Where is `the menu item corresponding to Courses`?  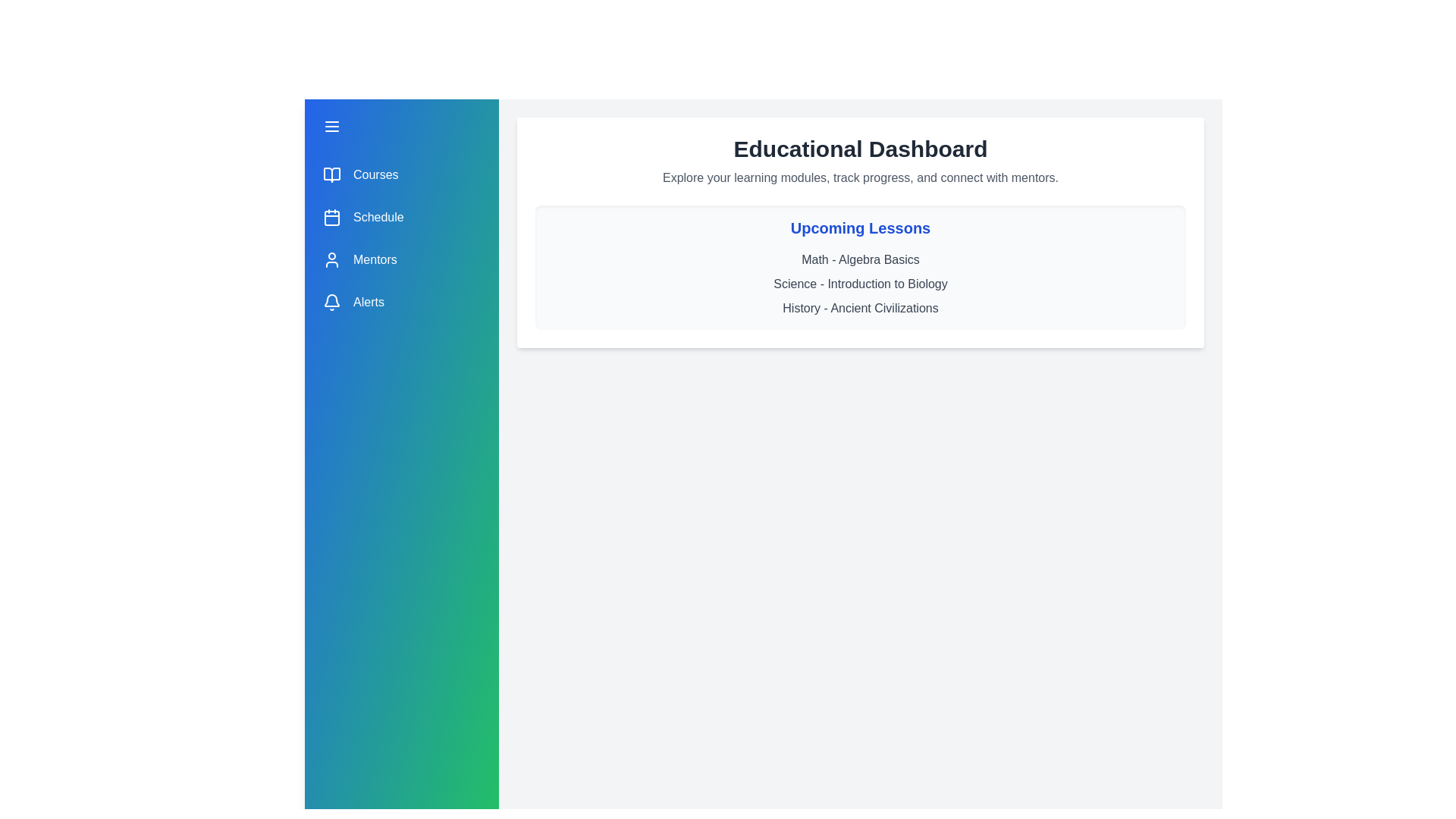
the menu item corresponding to Courses is located at coordinates (401, 174).